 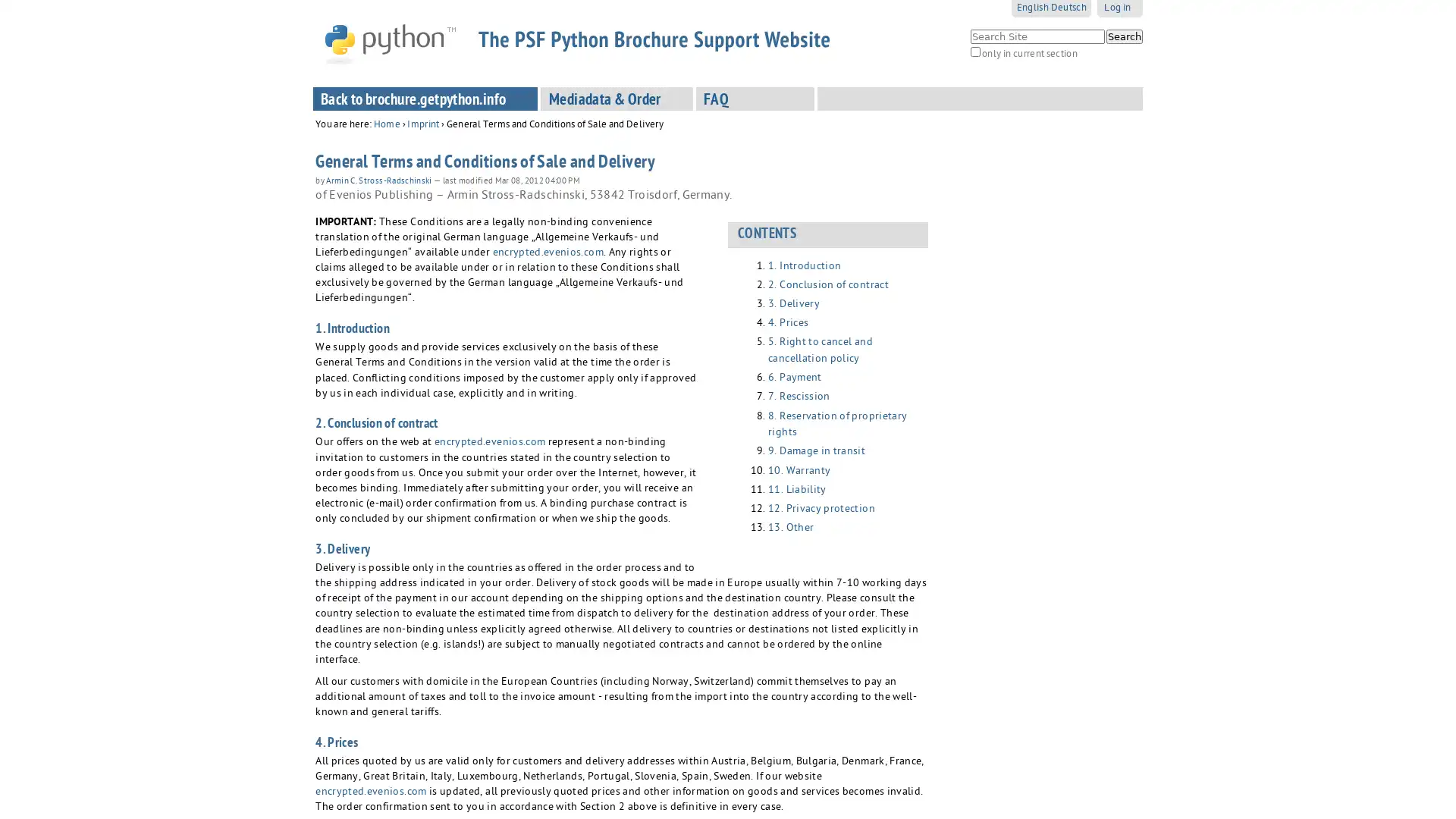 I want to click on Search, so click(x=1125, y=35).